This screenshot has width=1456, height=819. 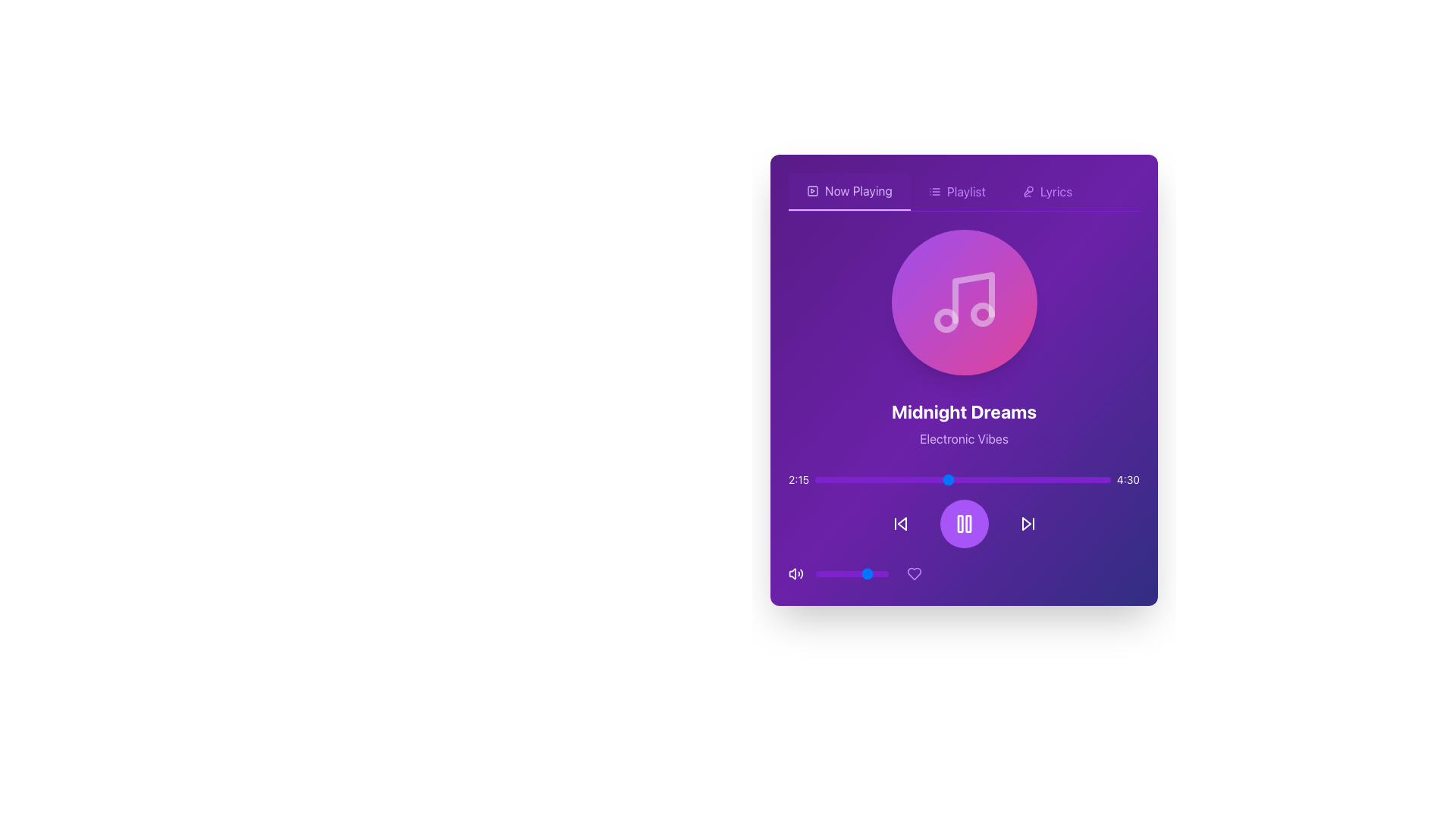 What do you see at coordinates (921, 479) in the screenshot?
I see `the slider` at bounding box center [921, 479].